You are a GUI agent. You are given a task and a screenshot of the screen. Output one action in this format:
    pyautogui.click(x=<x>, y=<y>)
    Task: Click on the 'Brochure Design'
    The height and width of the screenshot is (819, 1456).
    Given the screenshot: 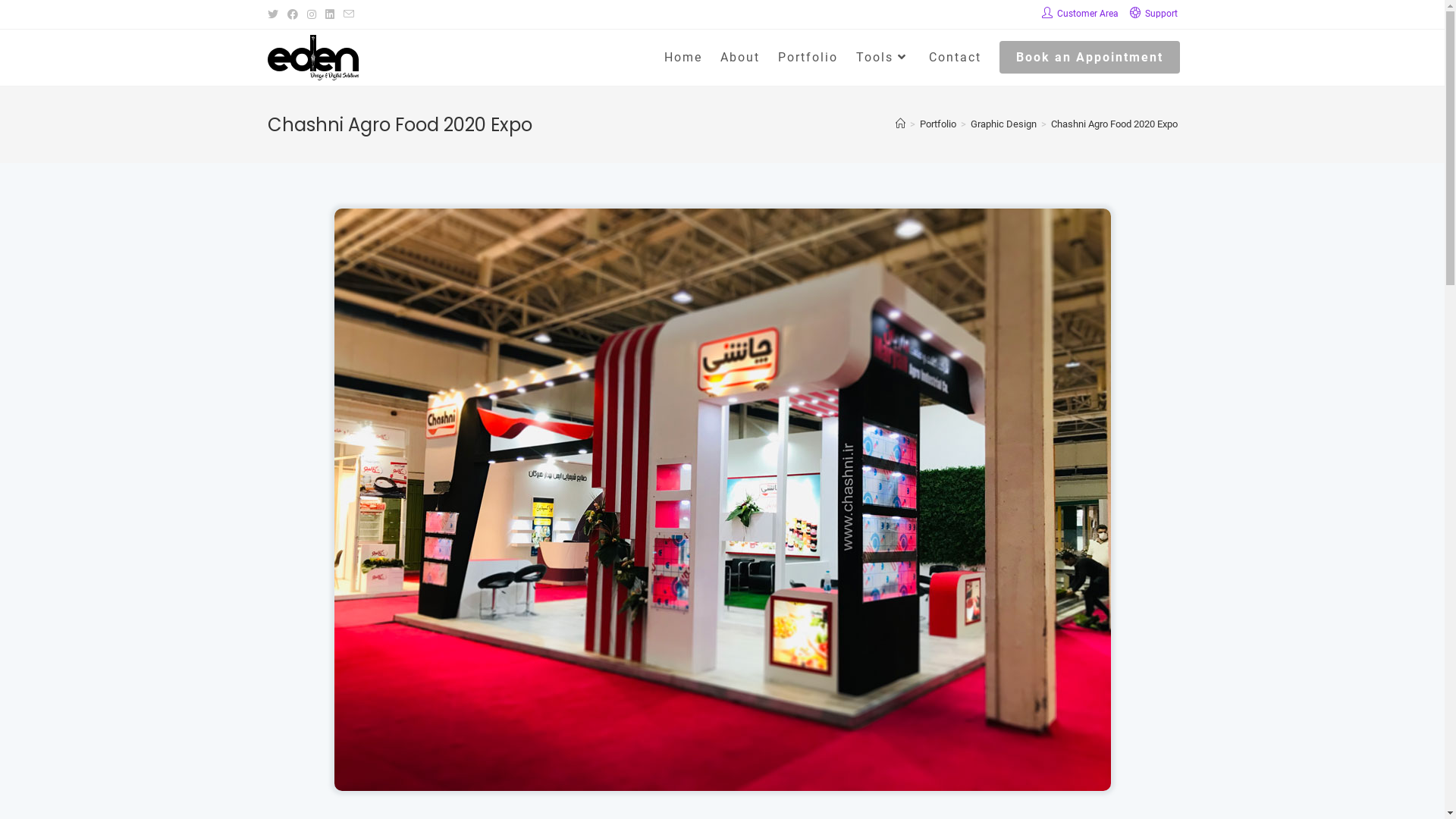 What is the action you would take?
    pyautogui.click(x=608, y=540)
    